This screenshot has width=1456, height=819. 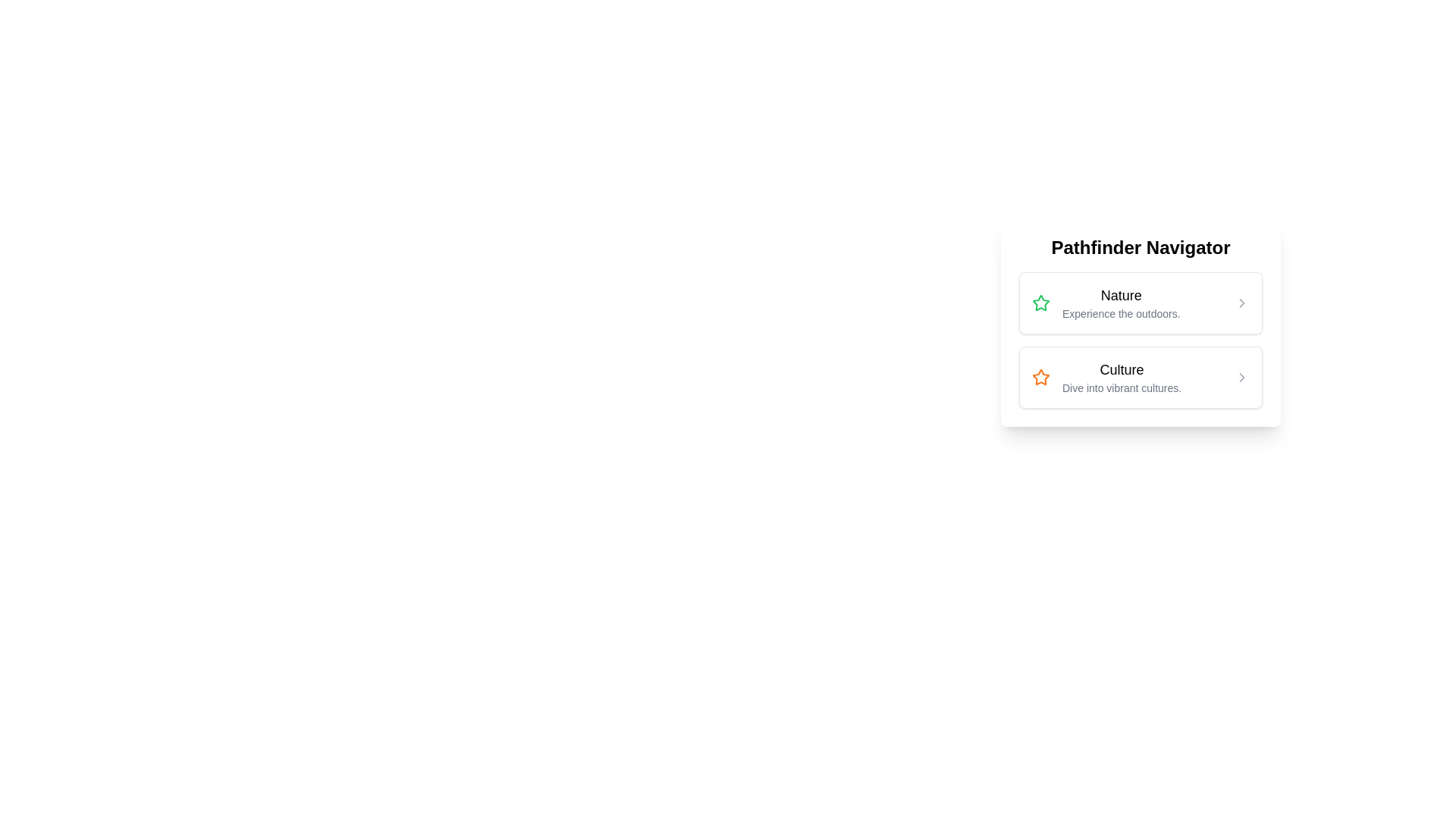 I want to click on the options within the Card component that allows navigation, so click(x=1141, y=383).